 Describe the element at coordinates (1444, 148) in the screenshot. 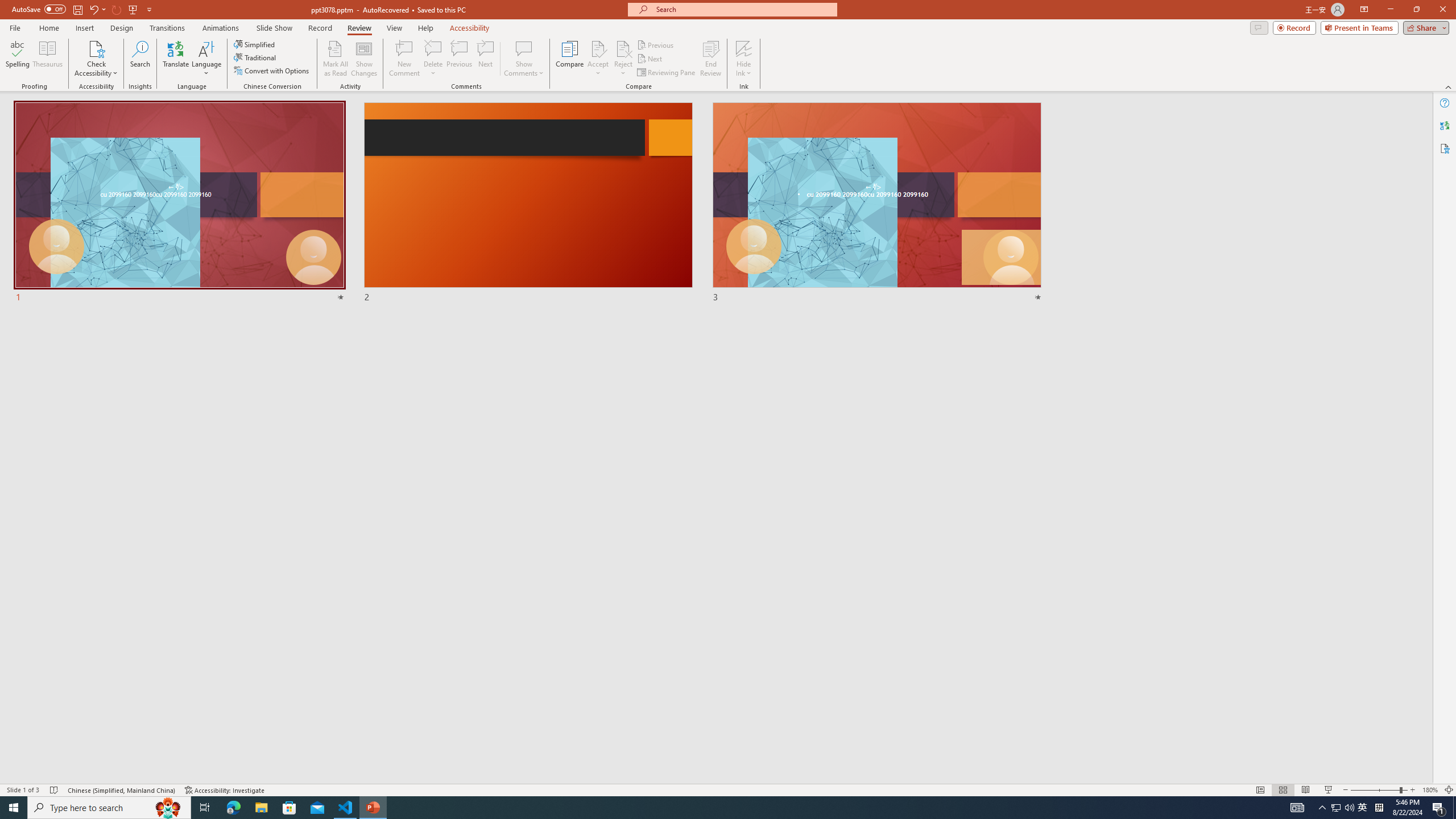

I see `'Accessibility'` at that location.